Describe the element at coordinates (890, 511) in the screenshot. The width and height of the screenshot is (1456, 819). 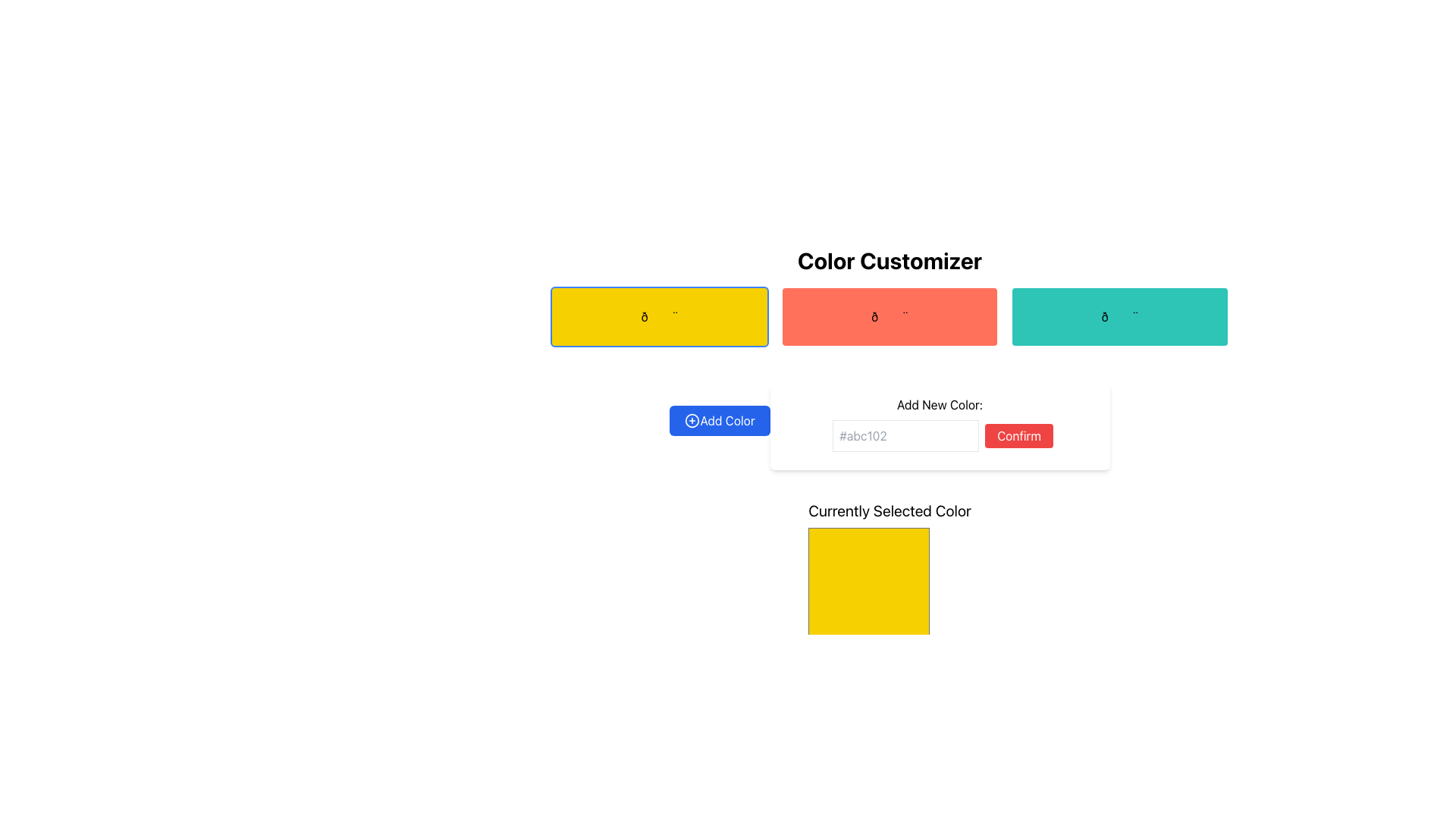
I see `text of the label that reads 'Currently Selected Color', which is prominently displayed above the colored square box` at that location.